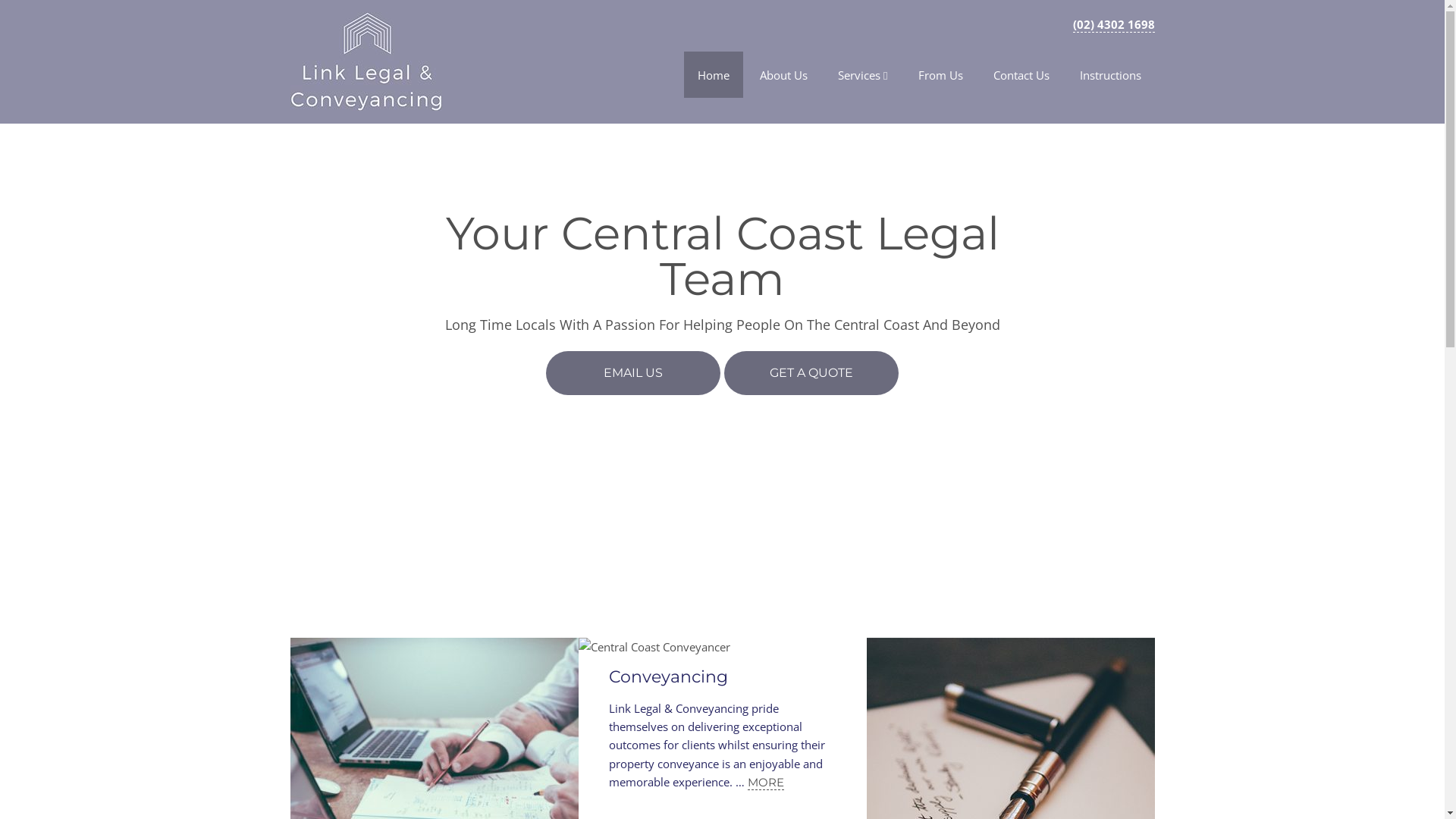 The width and height of the screenshot is (1456, 819). Describe the element at coordinates (723, 373) in the screenshot. I see `'GET A QUOTE'` at that location.